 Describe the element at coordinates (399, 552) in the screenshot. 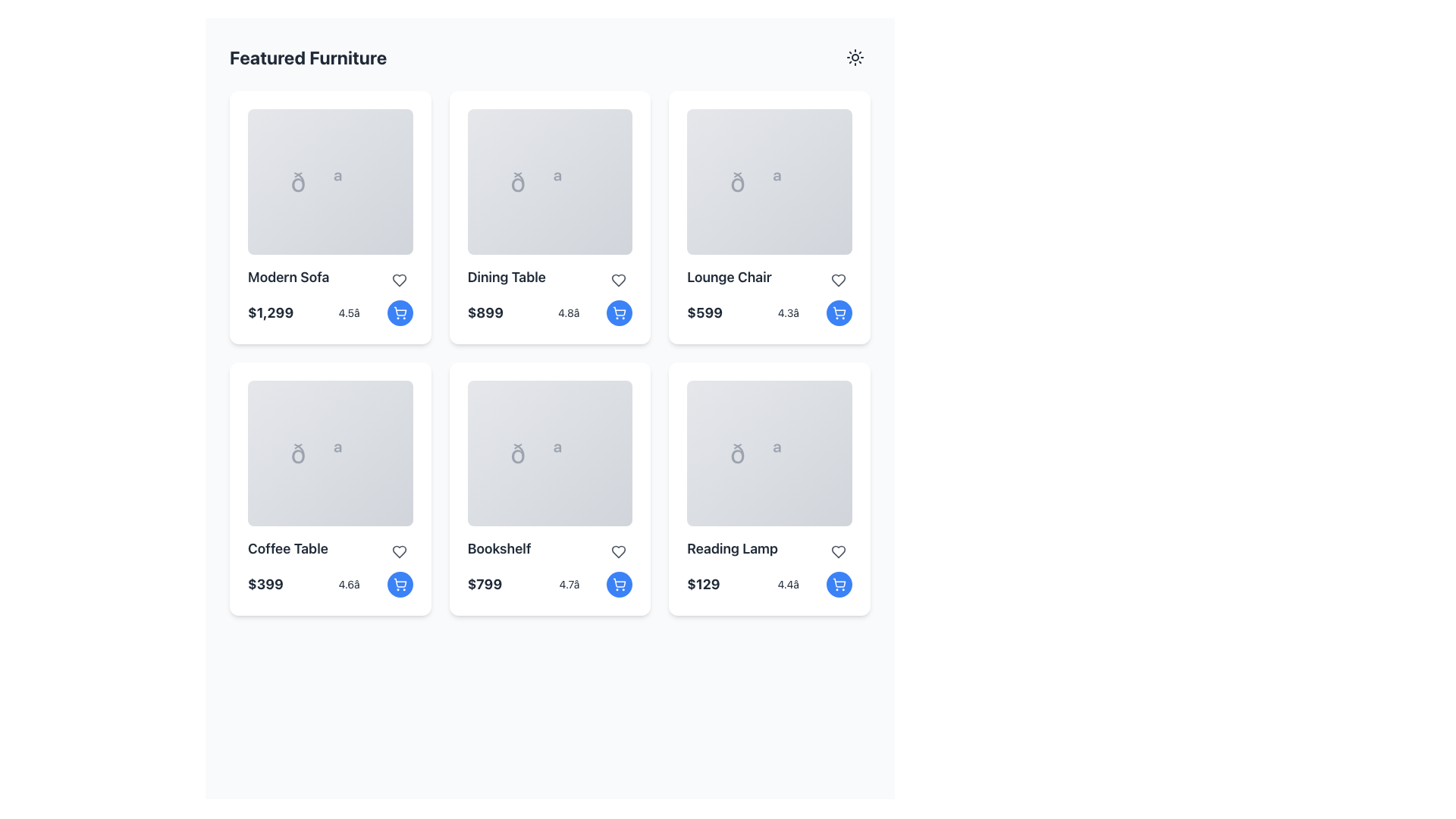

I see `the heart-shaped icon button used to indicate a 'favorite' or 'like' action, located in the top-right corner of the 'Coffee Table' product card` at that location.